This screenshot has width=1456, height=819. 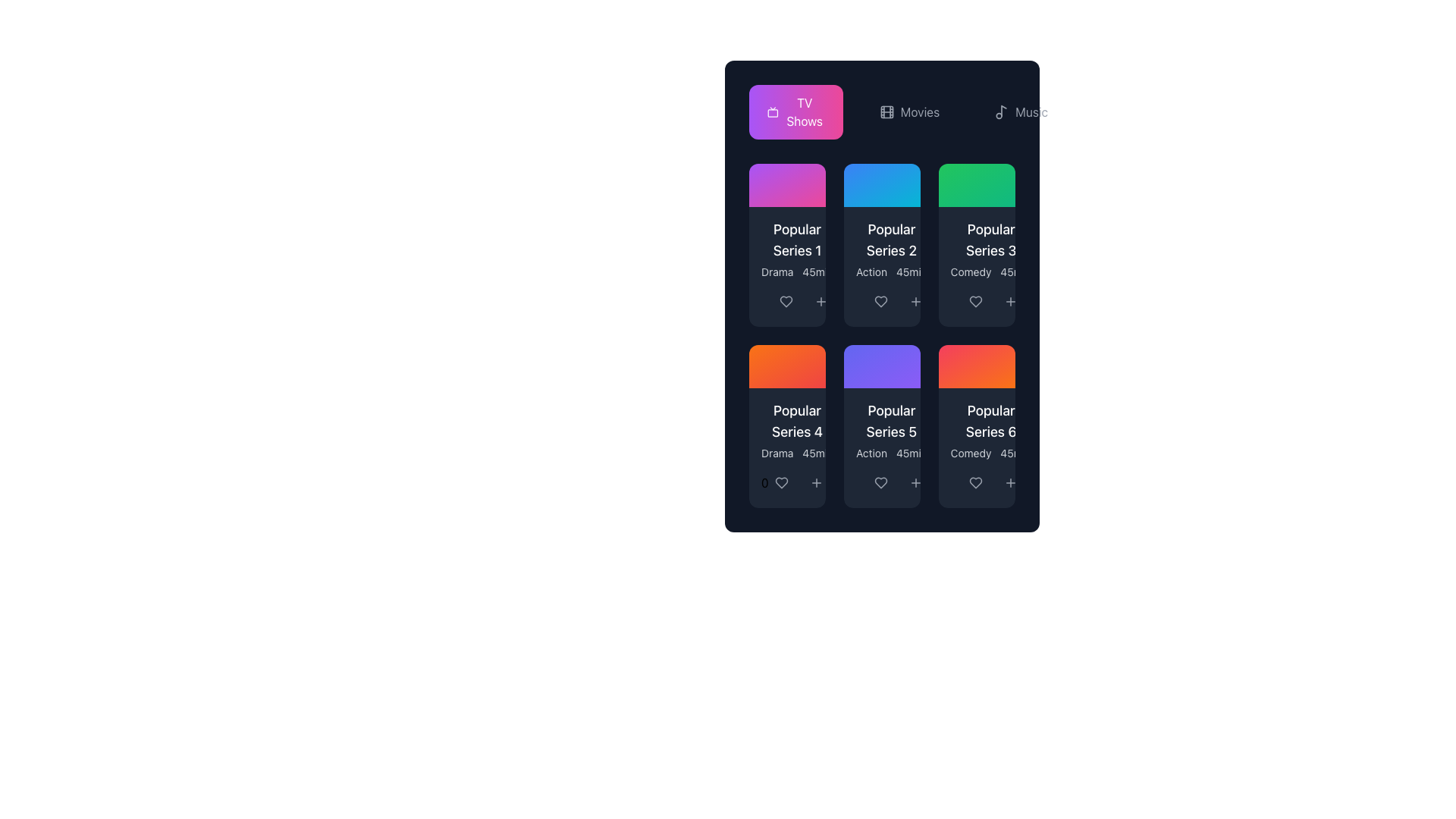 What do you see at coordinates (908, 111) in the screenshot?
I see `the Navigation Panel` at bounding box center [908, 111].